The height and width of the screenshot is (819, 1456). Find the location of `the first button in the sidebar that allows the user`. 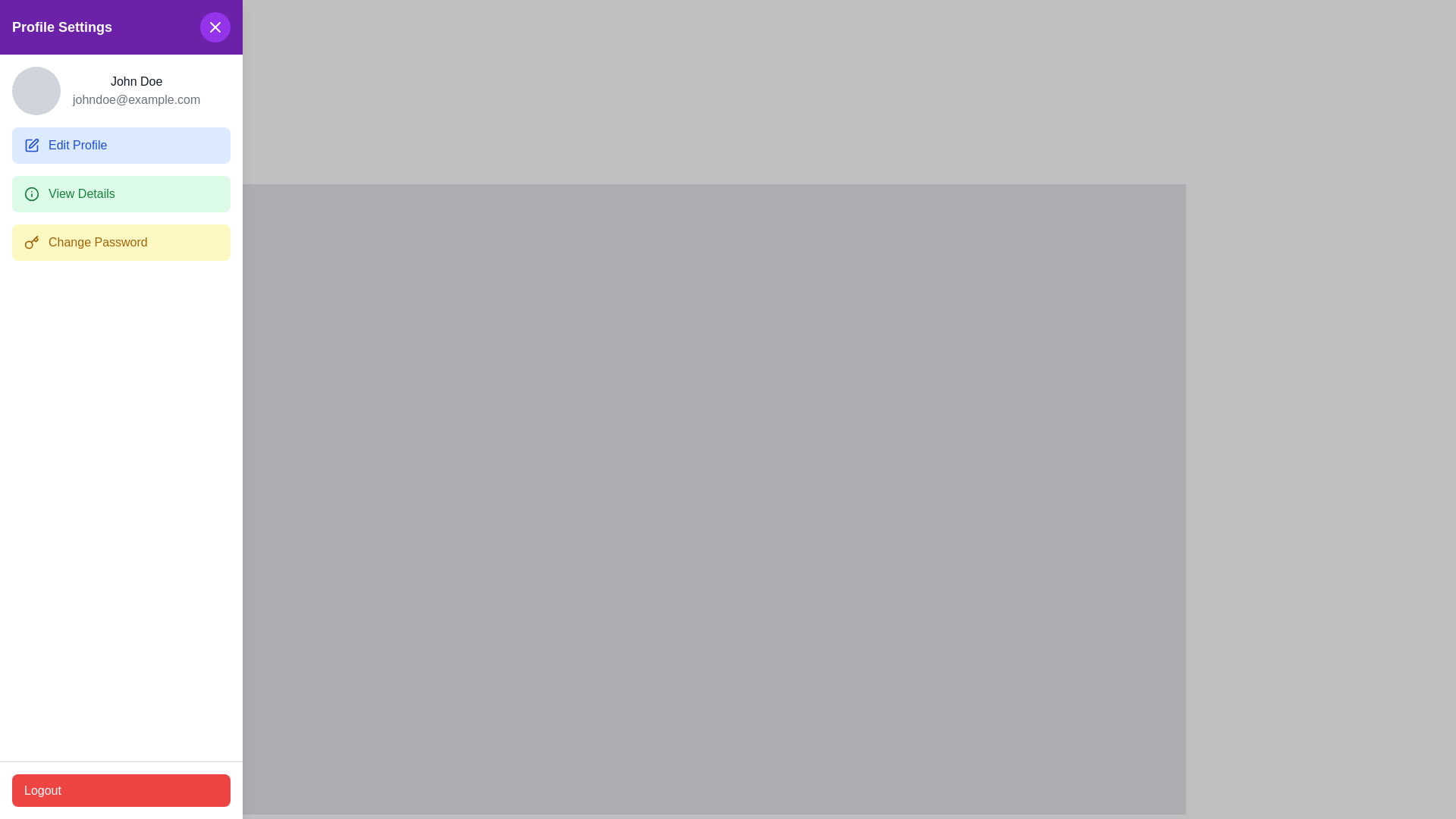

the first button in the sidebar that allows the user is located at coordinates (120, 146).